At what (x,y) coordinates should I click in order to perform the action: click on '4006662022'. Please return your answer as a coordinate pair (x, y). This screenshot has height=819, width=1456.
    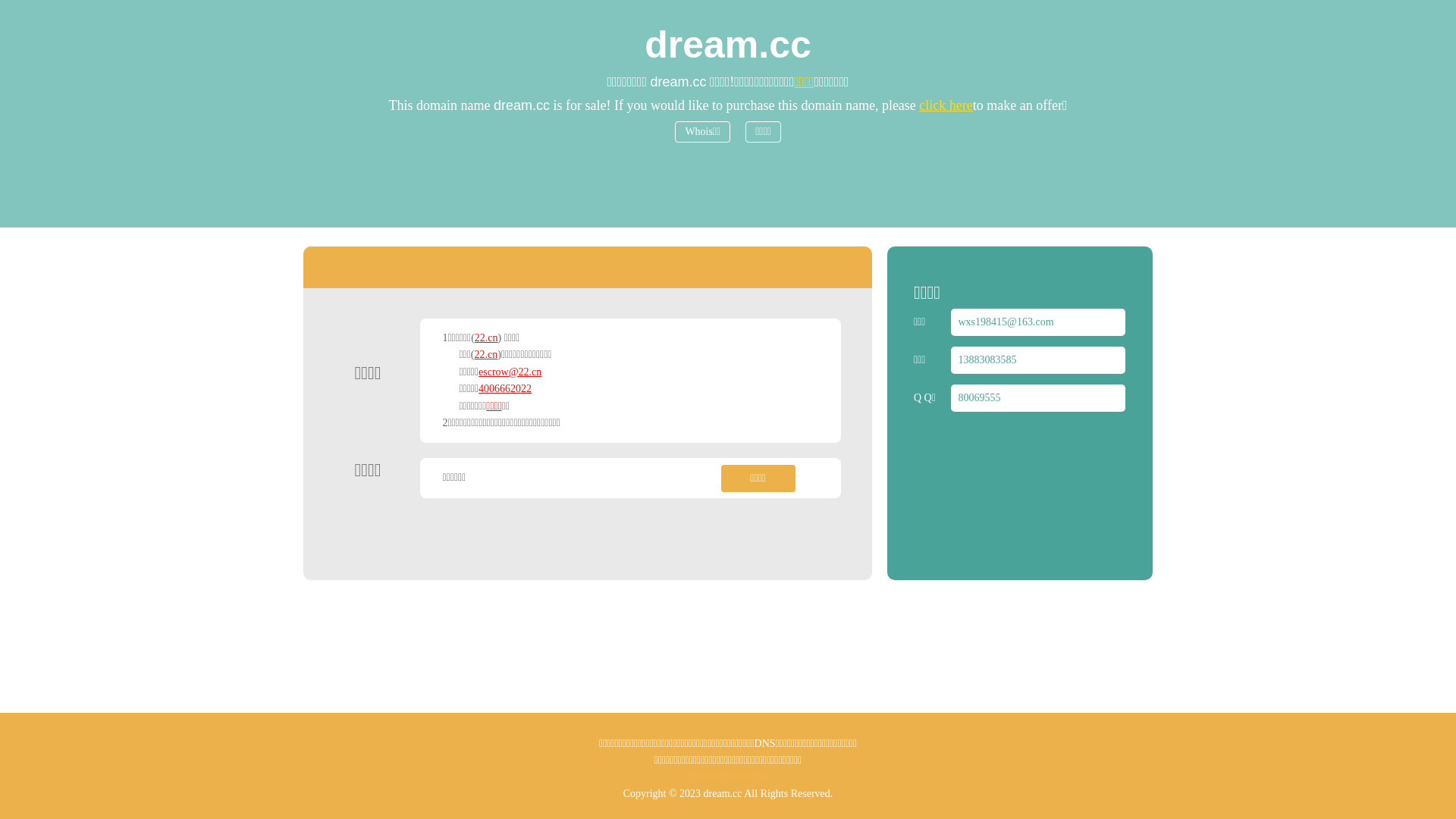
    Looking at the image, I should click on (505, 388).